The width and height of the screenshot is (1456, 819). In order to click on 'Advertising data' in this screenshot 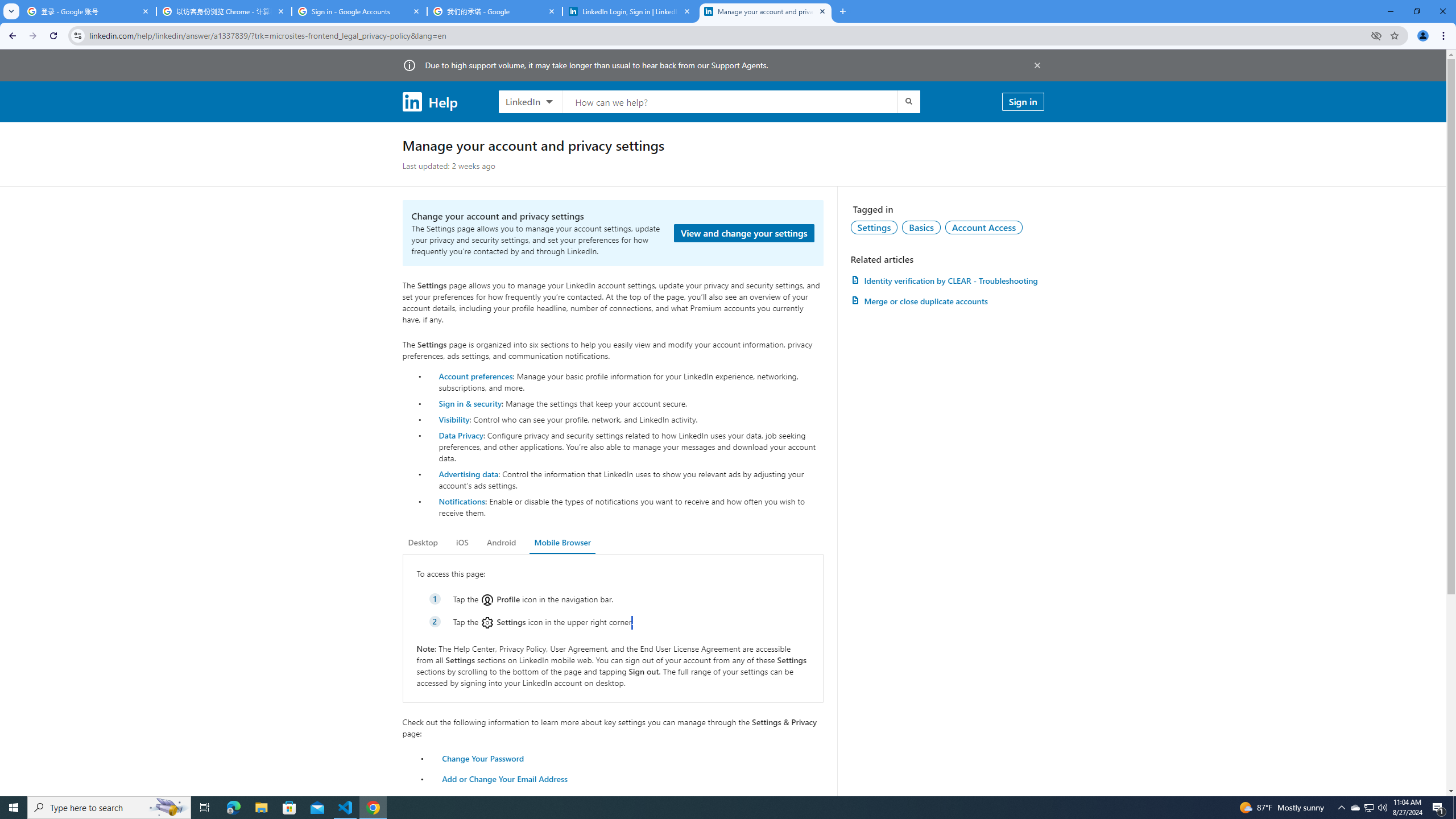, I will do `click(468, 473)`.